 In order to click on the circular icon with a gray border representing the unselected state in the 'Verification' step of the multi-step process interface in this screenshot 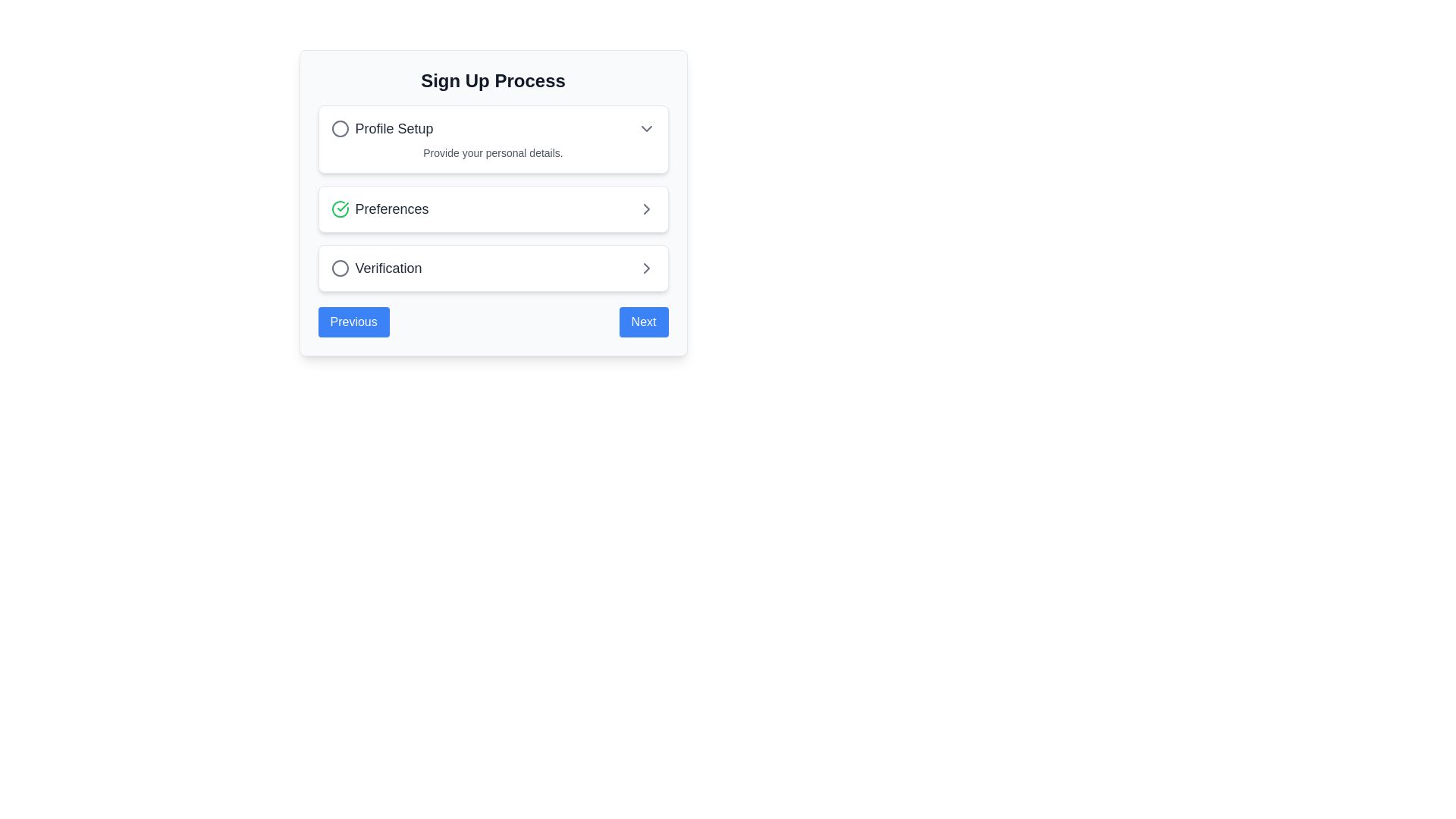, I will do `click(339, 268)`.